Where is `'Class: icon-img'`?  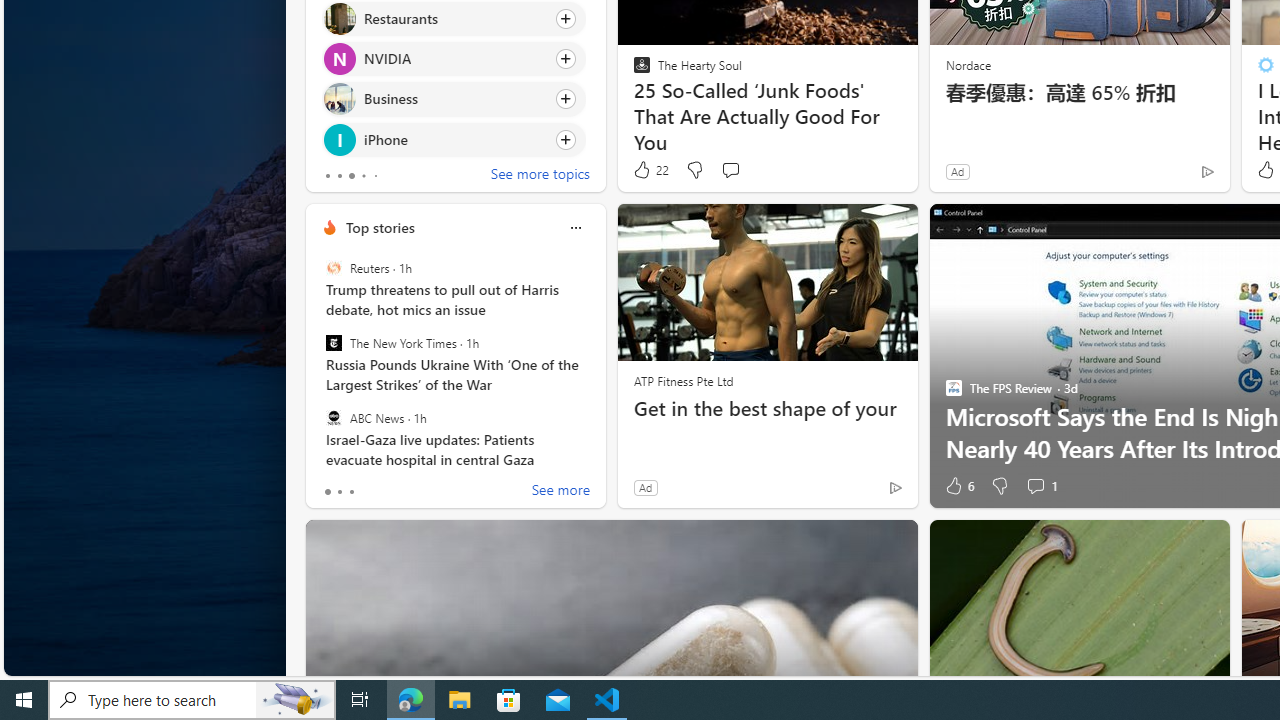 'Class: icon-img' is located at coordinates (574, 227).